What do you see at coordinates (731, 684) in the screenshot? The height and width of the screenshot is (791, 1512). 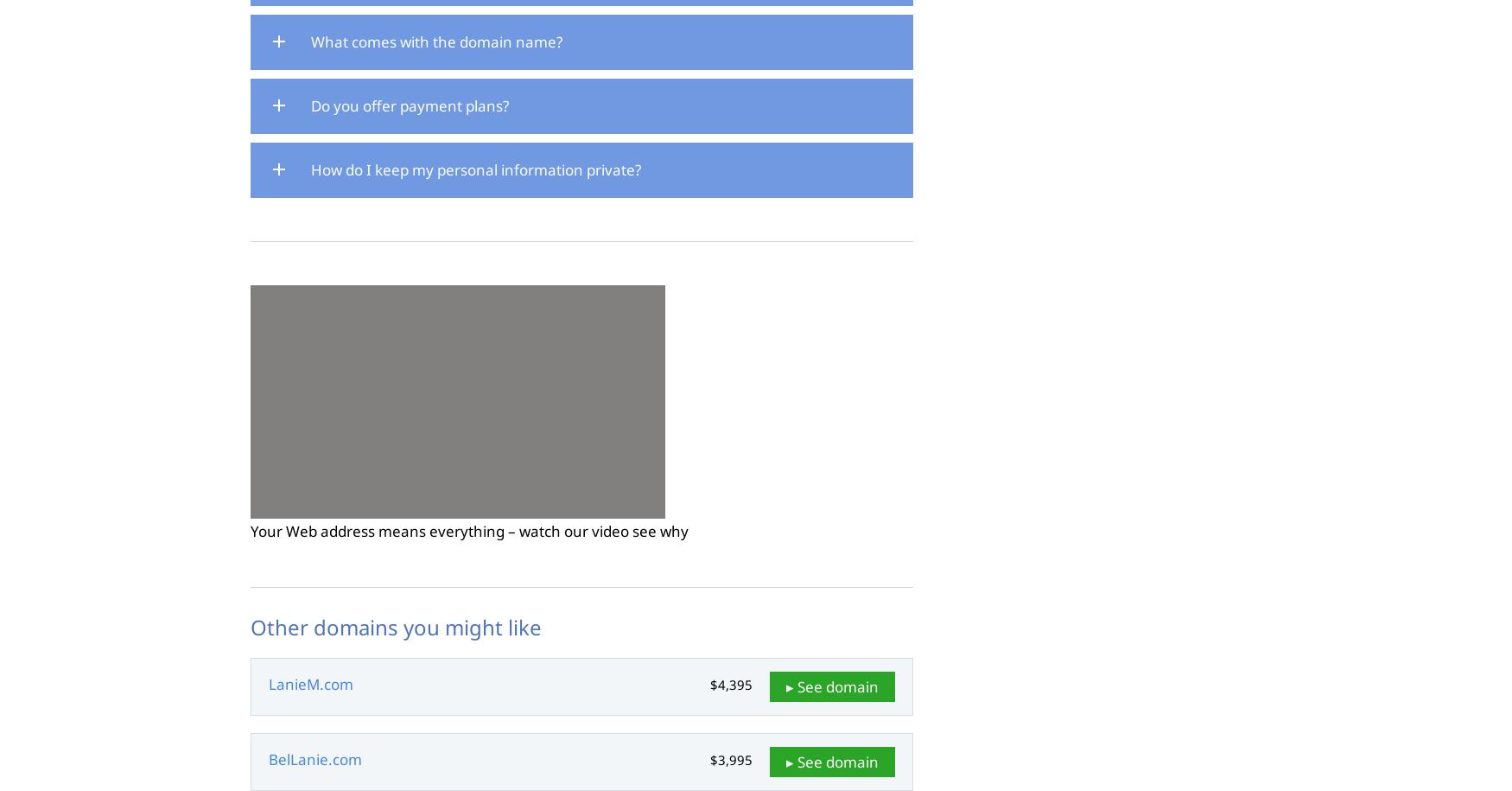 I see `'$4,395'` at bounding box center [731, 684].